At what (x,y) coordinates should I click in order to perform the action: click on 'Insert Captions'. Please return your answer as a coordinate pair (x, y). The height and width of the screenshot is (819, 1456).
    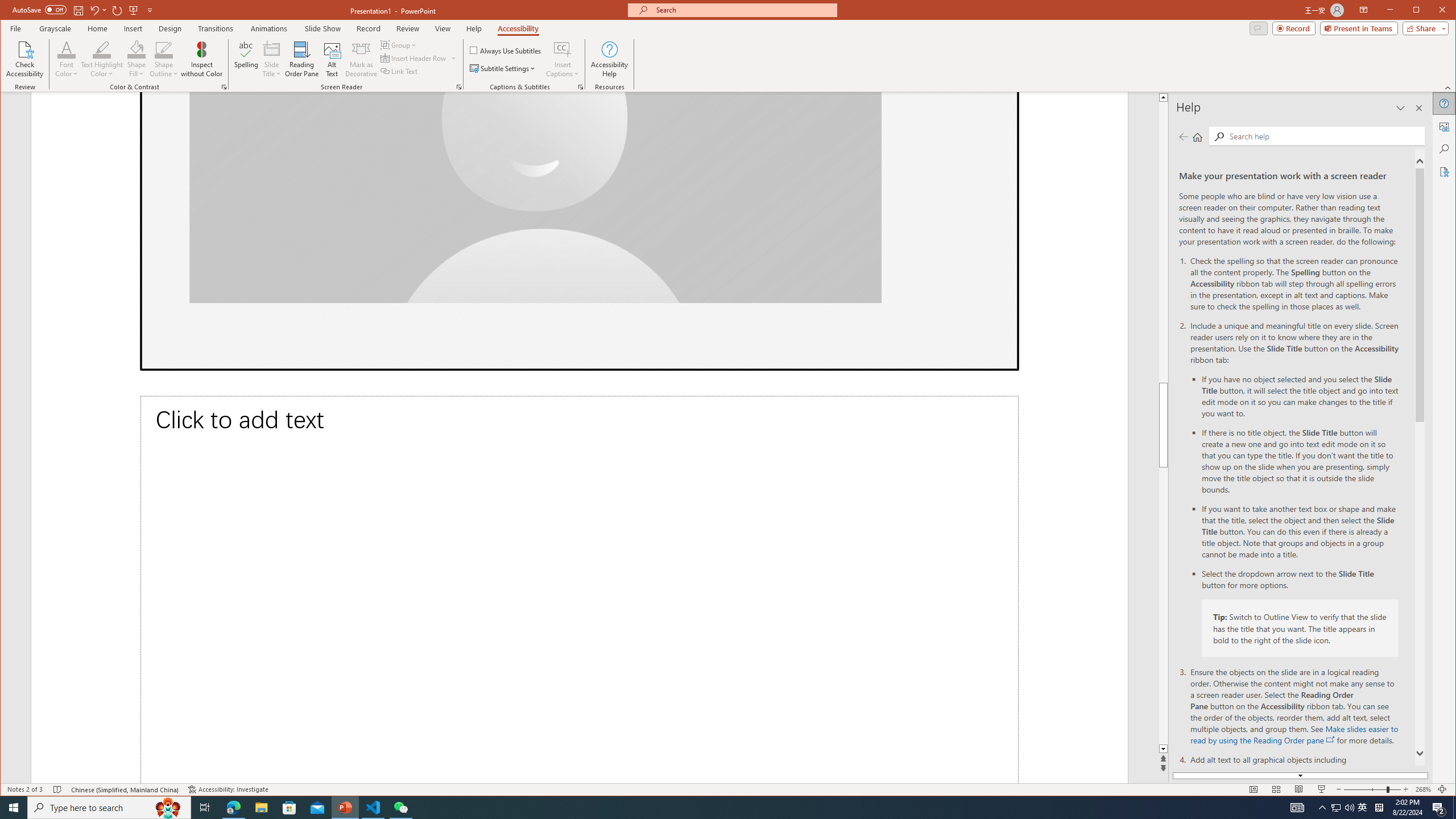
    Looking at the image, I should click on (562, 48).